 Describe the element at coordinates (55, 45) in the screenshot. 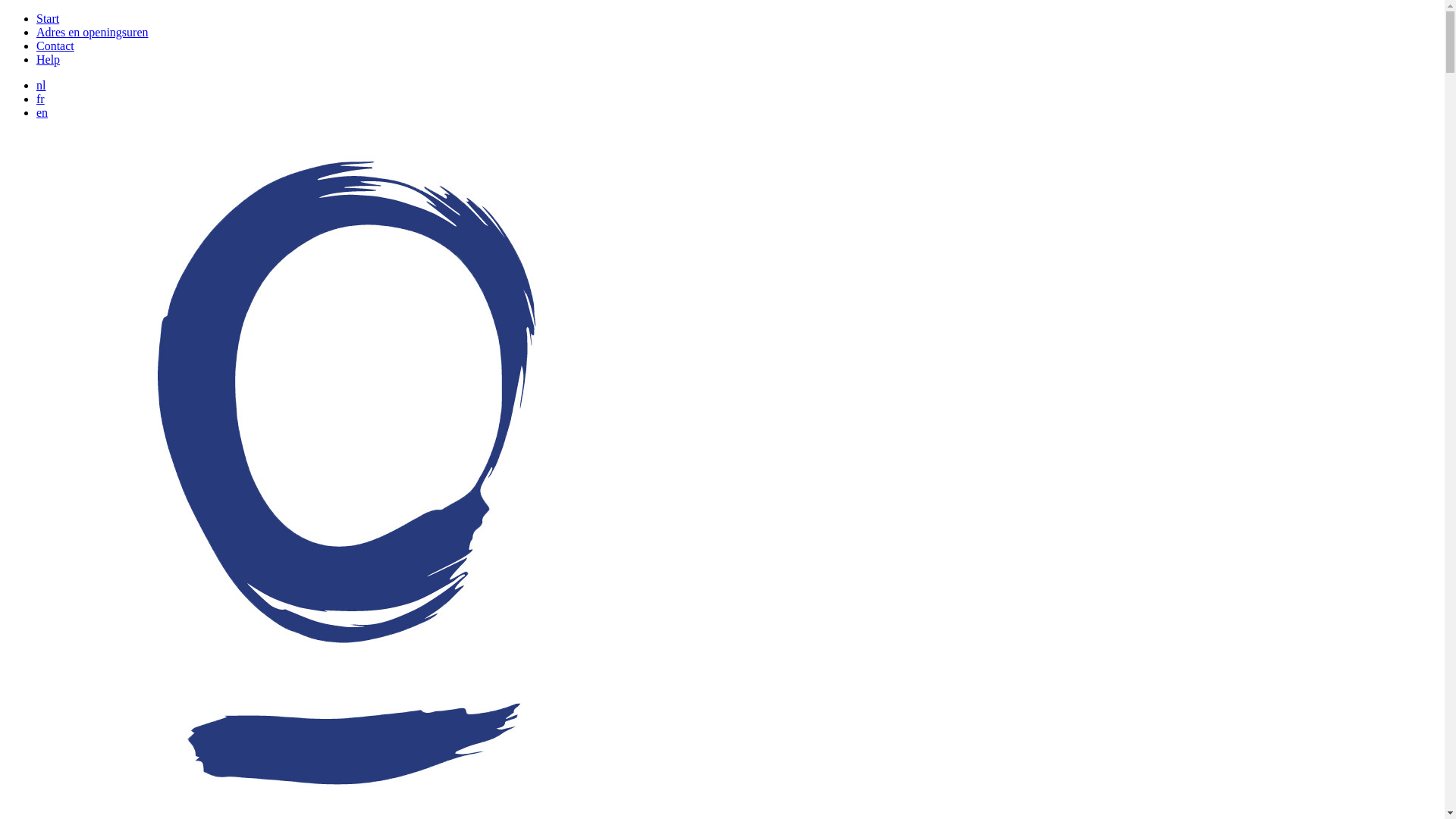

I see `'Contact'` at that location.